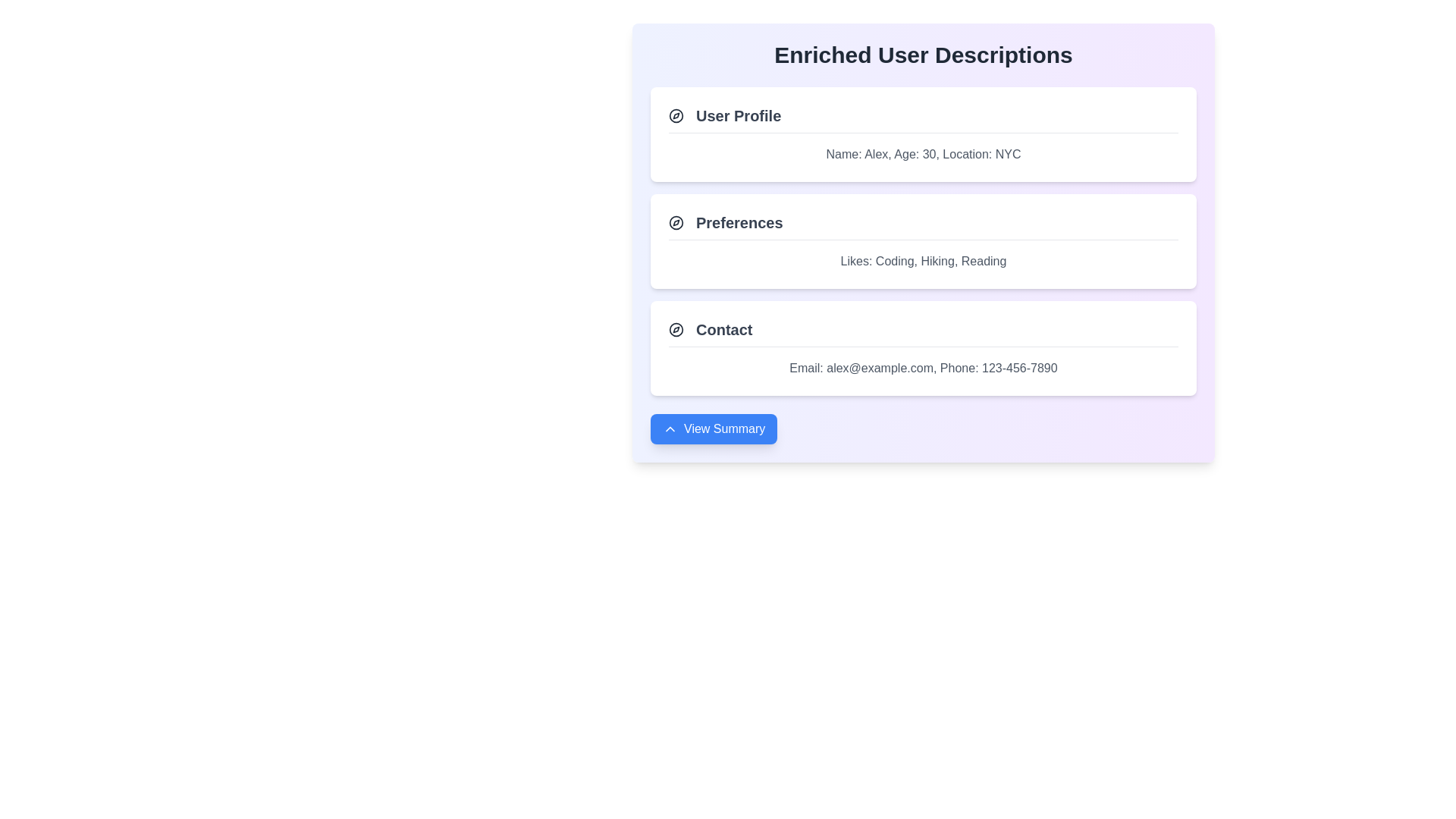 The height and width of the screenshot is (819, 1456). Describe the element at coordinates (723, 329) in the screenshot. I see `the 'Contact' text label, which is styled in bold dark gray and located in the third section of the main content, next to a compass icon` at that location.